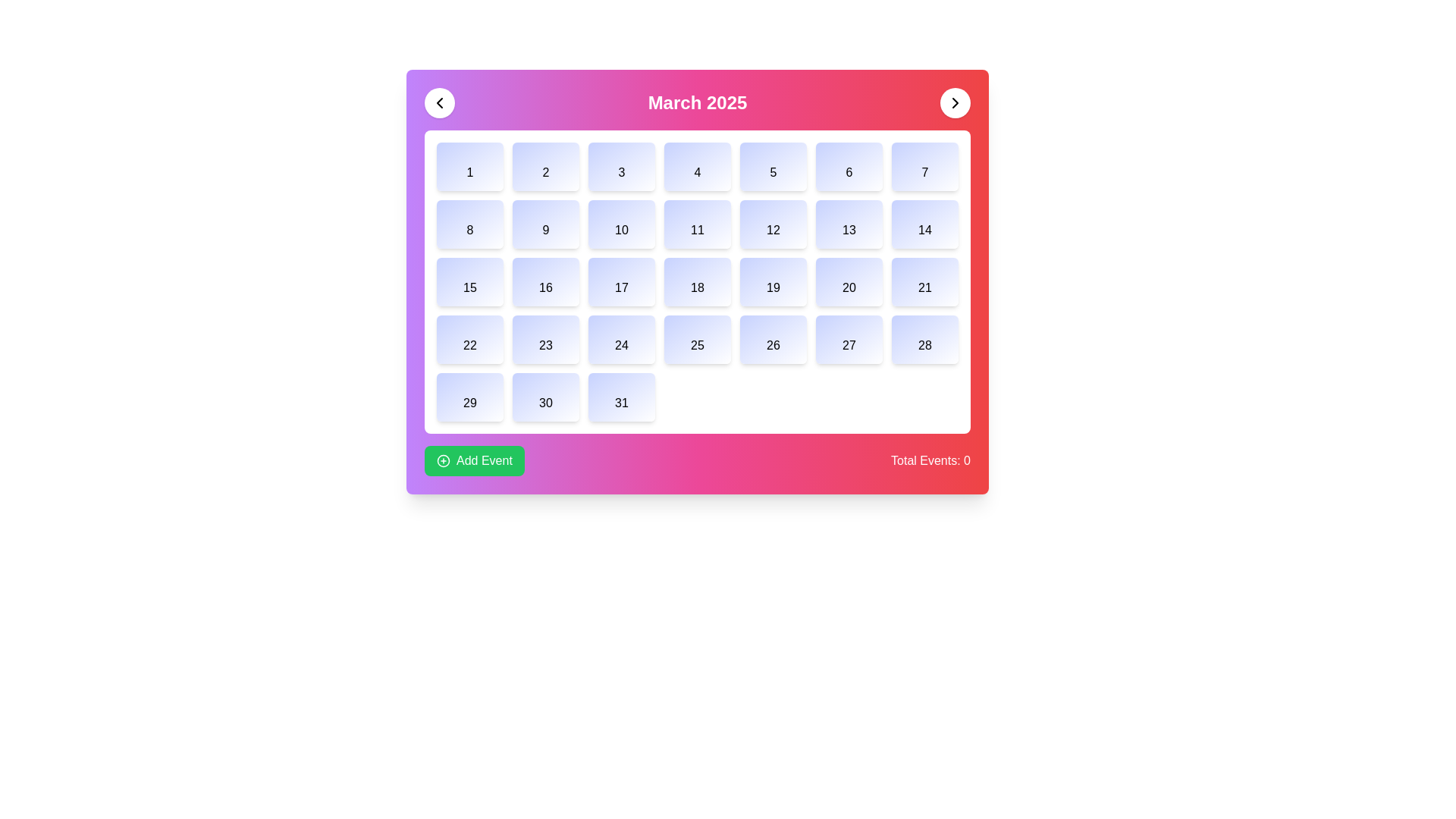  What do you see at coordinates (439, 102) in the screenshot?
I see `the SVG chevron-left icon within the circular button located in the top-left corner of the calendar interface to navigate to the previous month` at bounding box center [439, 102].